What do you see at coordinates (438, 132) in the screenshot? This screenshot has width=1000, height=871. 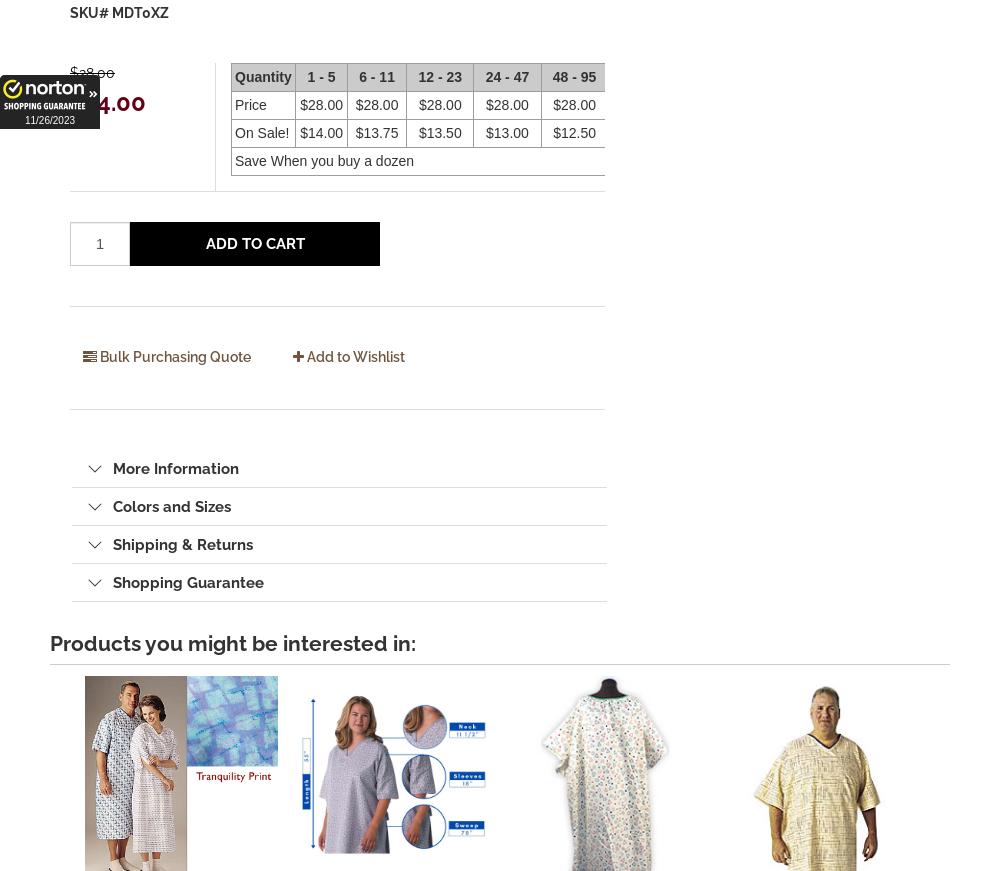 I see `'$13.50'` at bounding box center [438, 132].